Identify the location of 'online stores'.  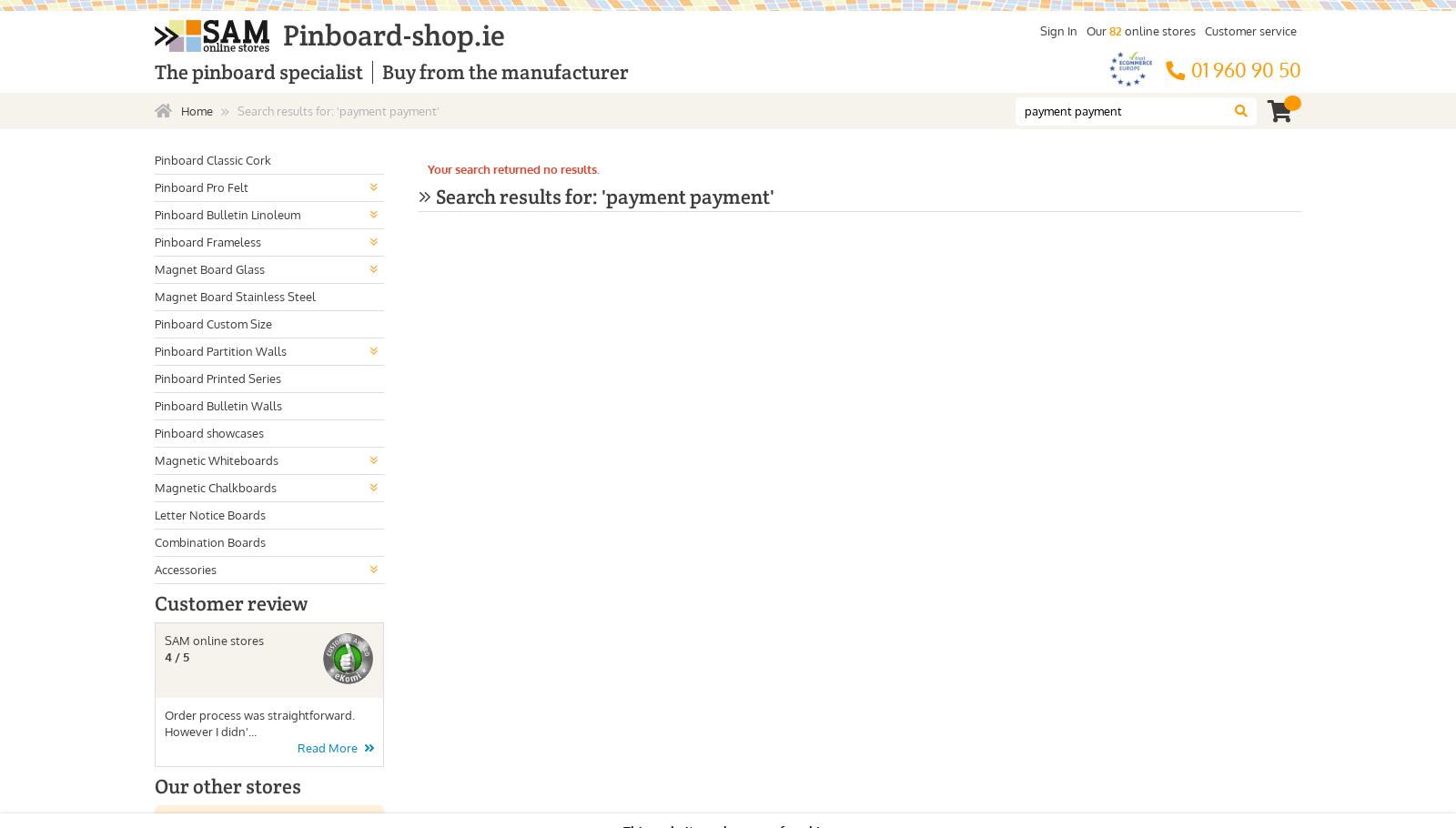
(1158, 31).